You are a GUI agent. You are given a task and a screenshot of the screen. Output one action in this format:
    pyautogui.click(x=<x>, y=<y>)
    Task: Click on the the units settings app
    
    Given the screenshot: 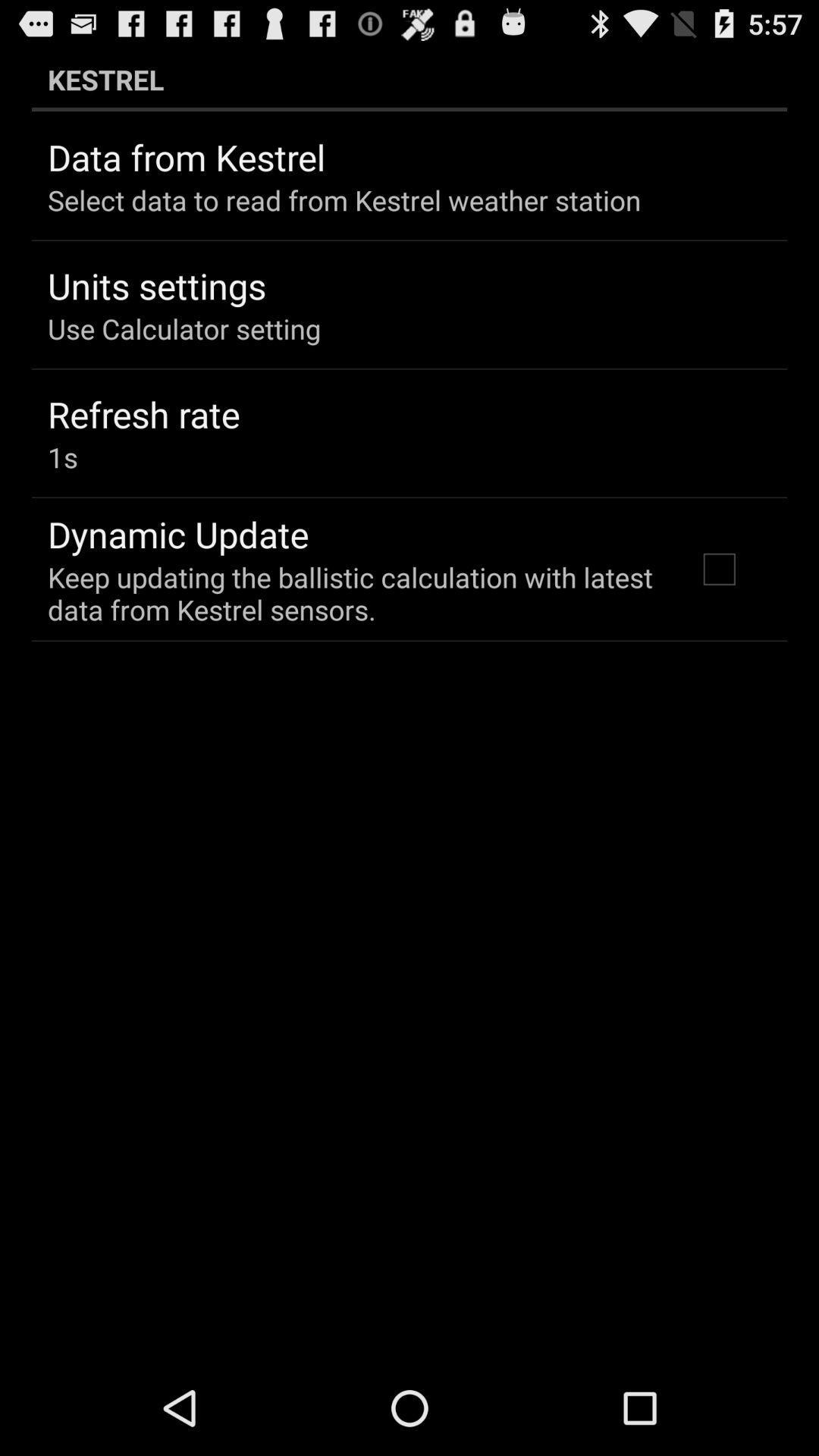 What is the action you would take?
    pyautogui.click(x=157, y=285)
    